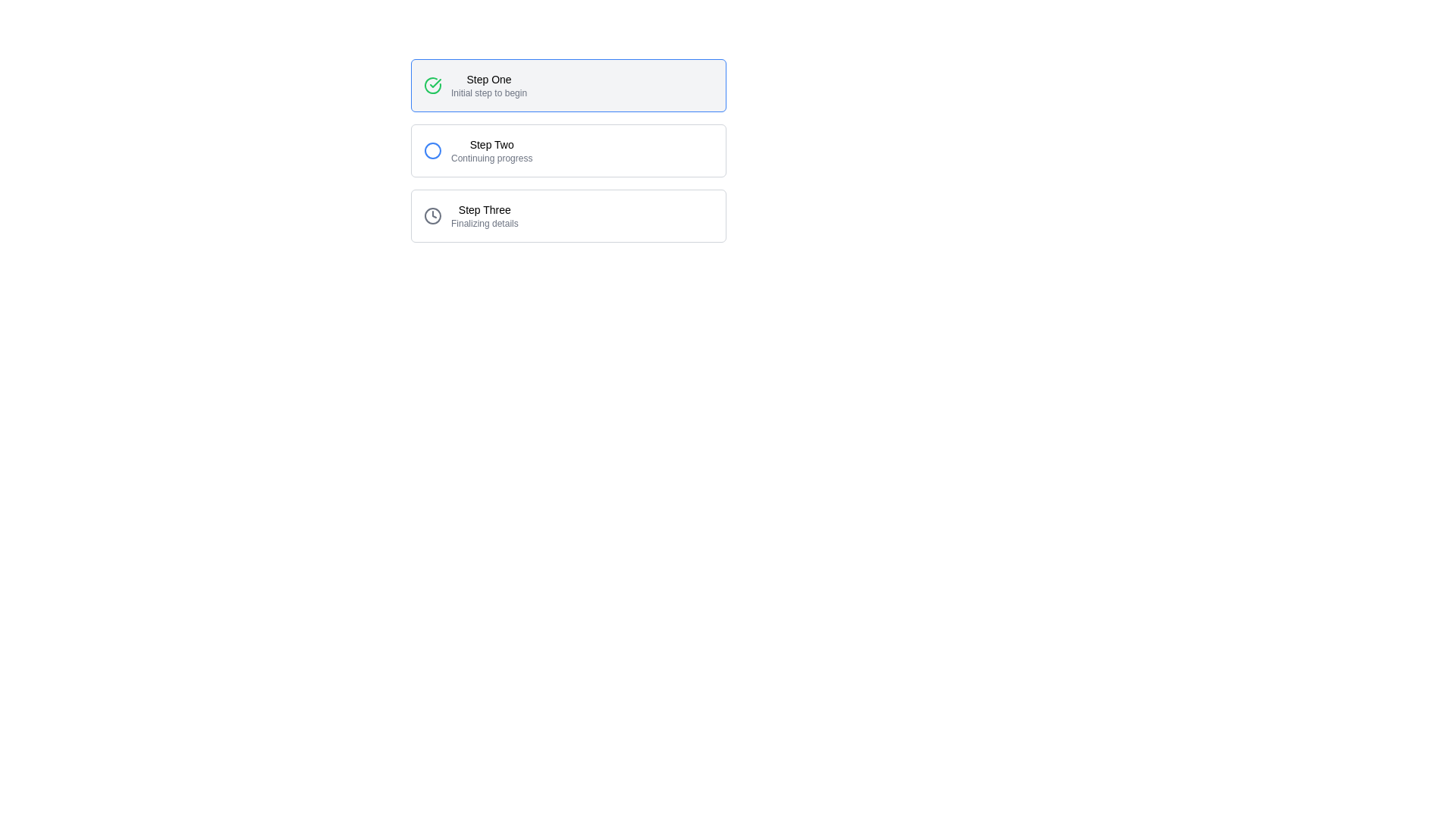 The width and height of the screenshot is (1456, 819). What do you see at coordinates (484, 216) in the screenshot?
I see `text from the Textual Label Group located in the third row of the vertically aligned list of steps, adjacent to the clock icon` at bounding box center [484, 216].